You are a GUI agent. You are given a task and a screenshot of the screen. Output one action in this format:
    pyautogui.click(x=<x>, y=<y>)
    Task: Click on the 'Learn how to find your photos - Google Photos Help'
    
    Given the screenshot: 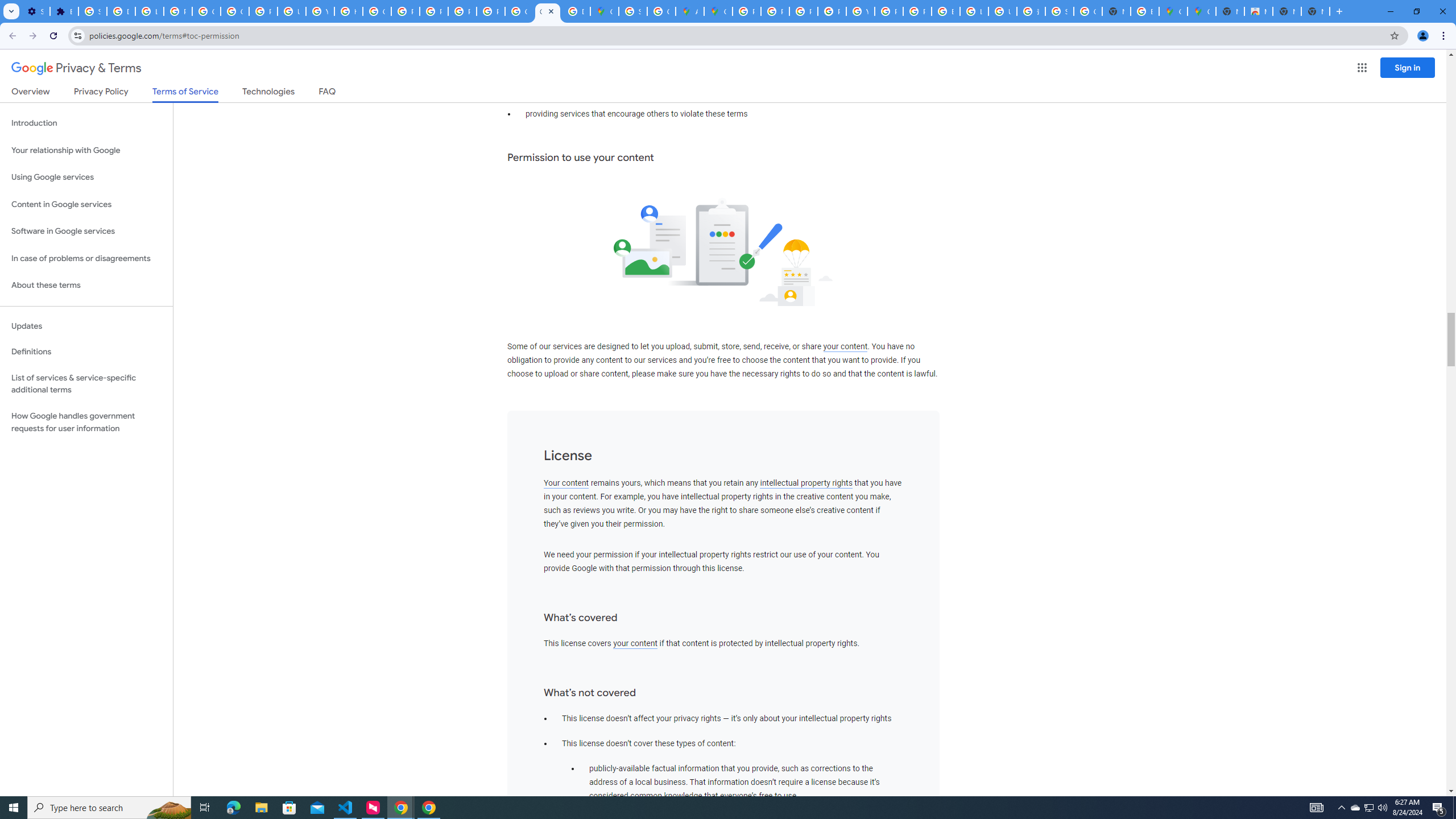 What is the action you would take?
    pyautogui.click(x=148, y=11)
    